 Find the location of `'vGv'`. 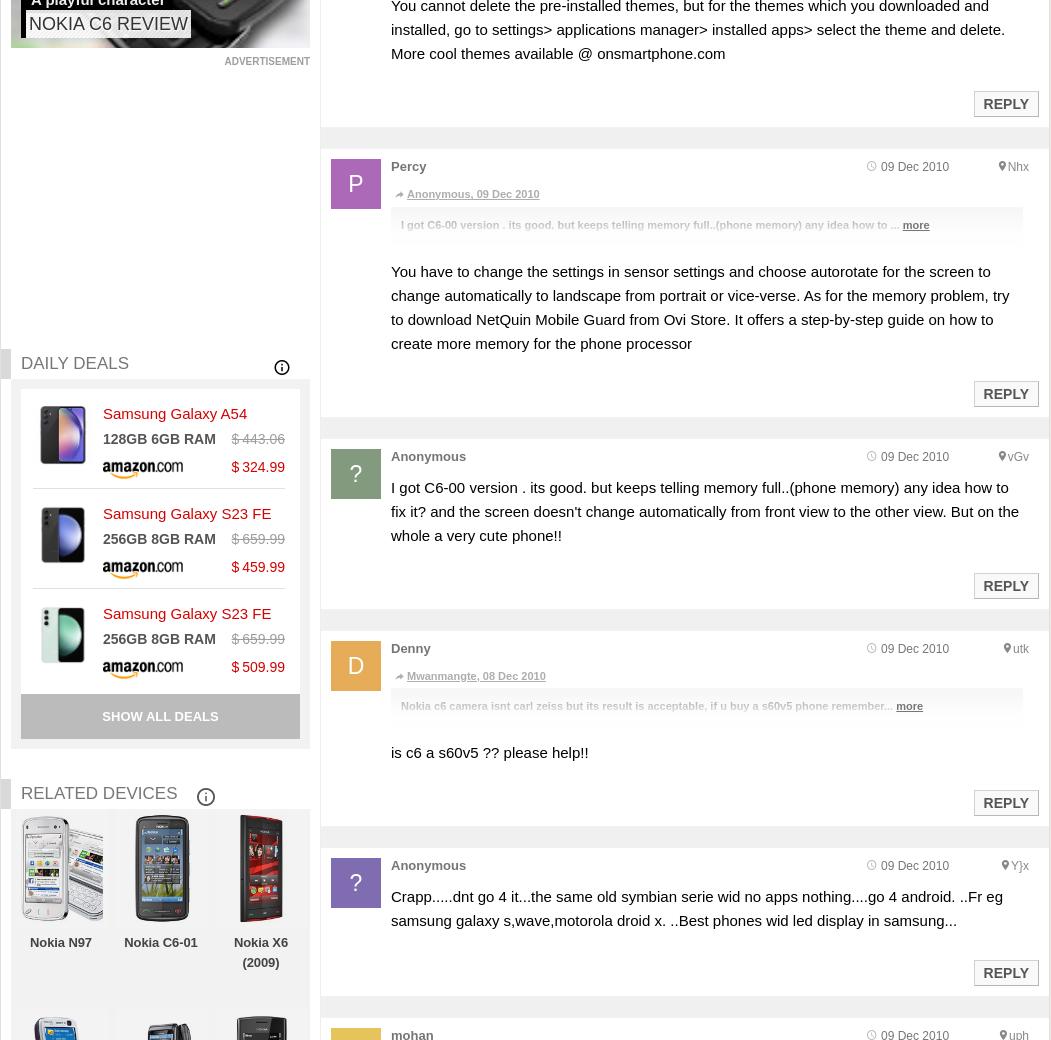

'vGv' is located at coordinates (1016, 456).